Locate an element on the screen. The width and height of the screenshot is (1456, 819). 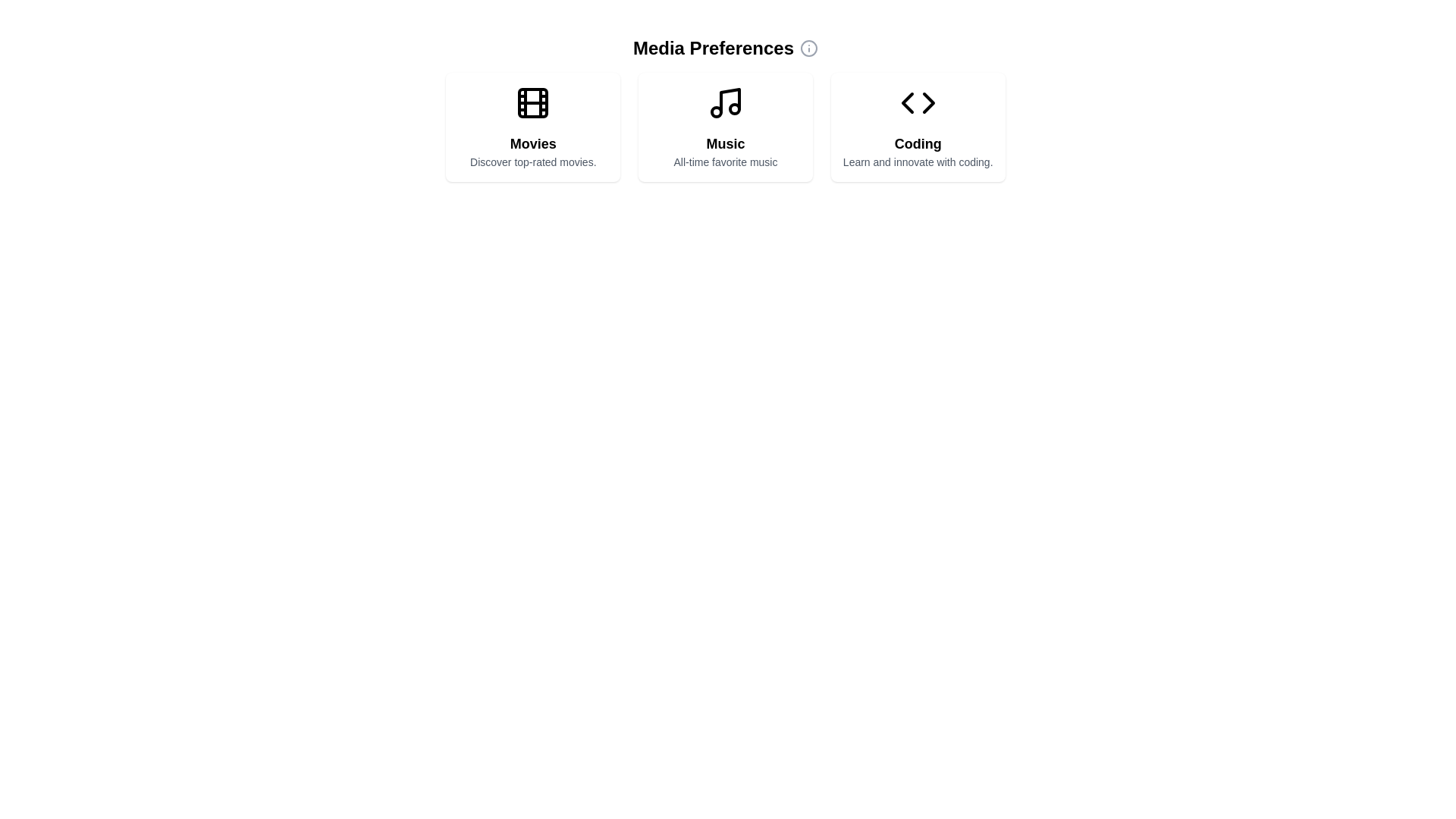
the descriptive text for the category 'Music', located beneath the 'Music' label in the second card of a row of three categories is located at coordinates (724, 162).